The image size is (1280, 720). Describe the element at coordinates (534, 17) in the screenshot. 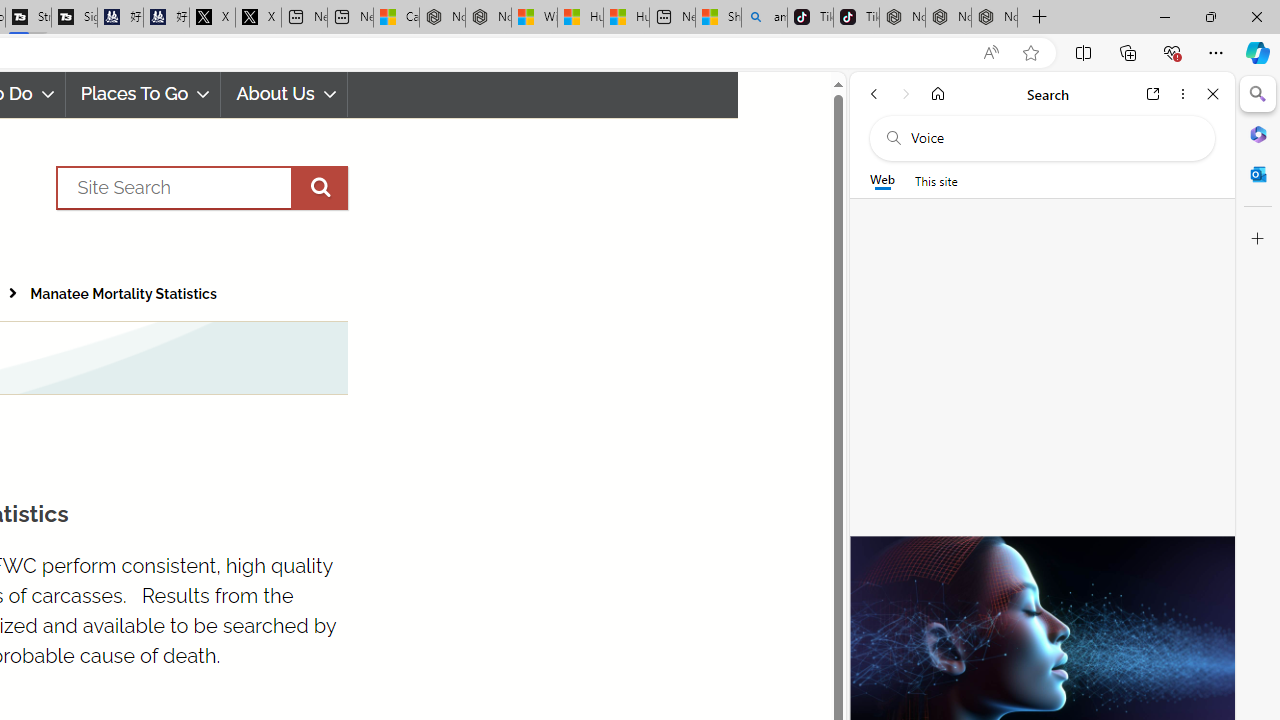

I see `'Wildlife - MSN'` at that location.